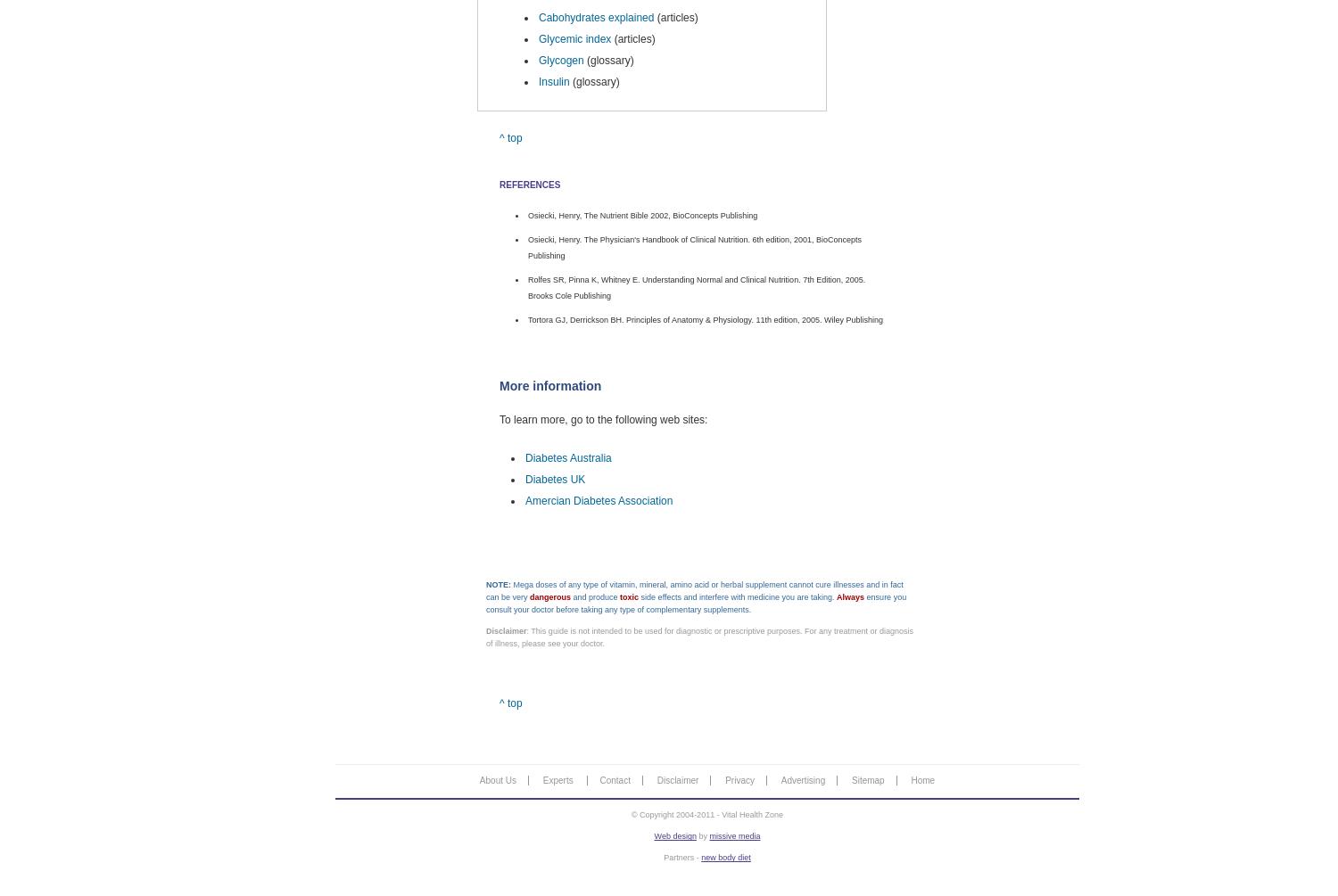 This screenshot has height=896, width=1338. Describe the element at coordinates (724, 856) in the screenshot. I see `'new body diet'` at that location.